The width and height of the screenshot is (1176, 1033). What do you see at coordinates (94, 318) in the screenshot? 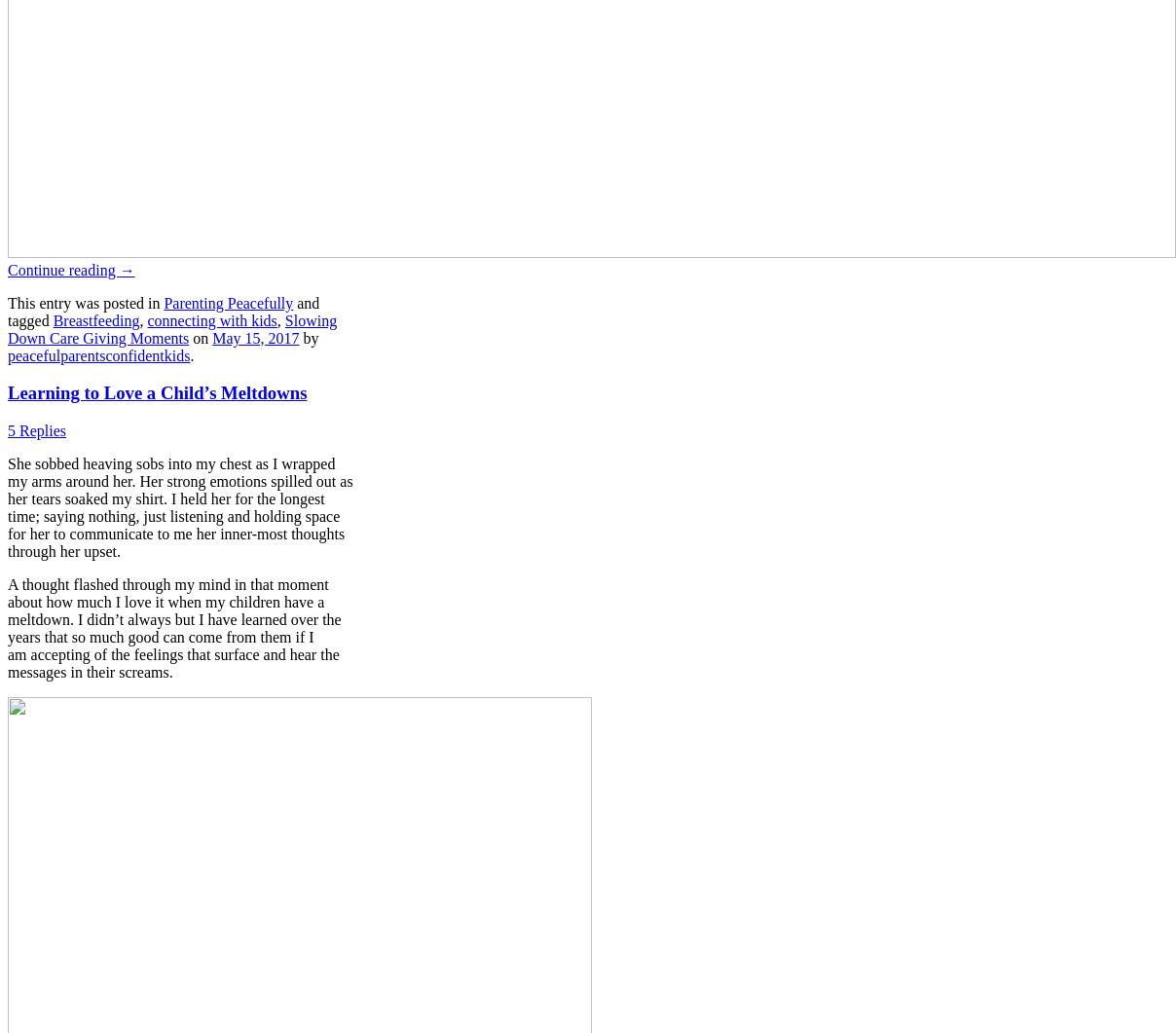
I see `'Breastfeeding'` at bounding box center [94, 318].